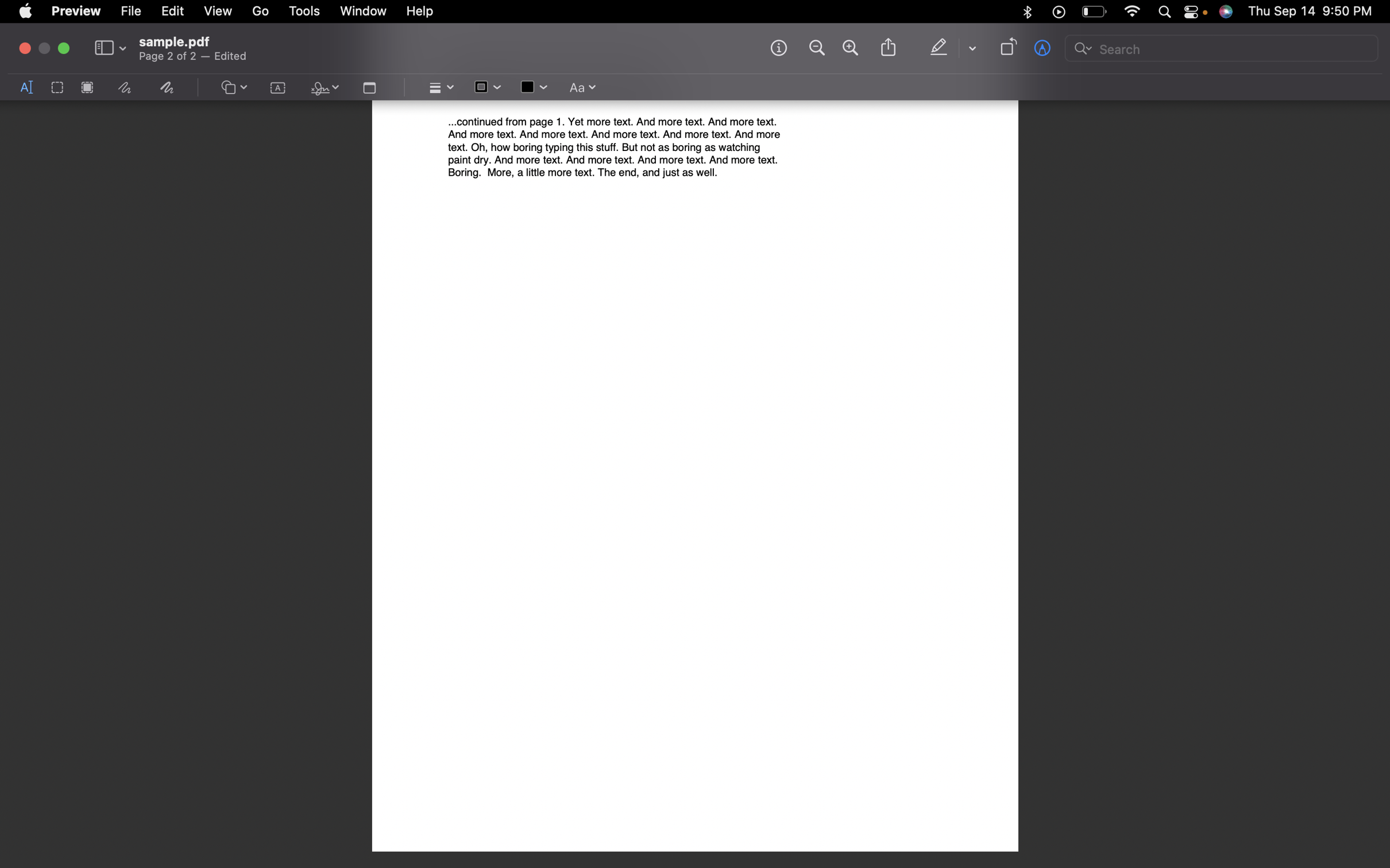 Image resolution: width=1390 pixels, height=868 pixels. Describe the element at coordinates (322, 88) in the screenshot. I see `the signature function` at that location.